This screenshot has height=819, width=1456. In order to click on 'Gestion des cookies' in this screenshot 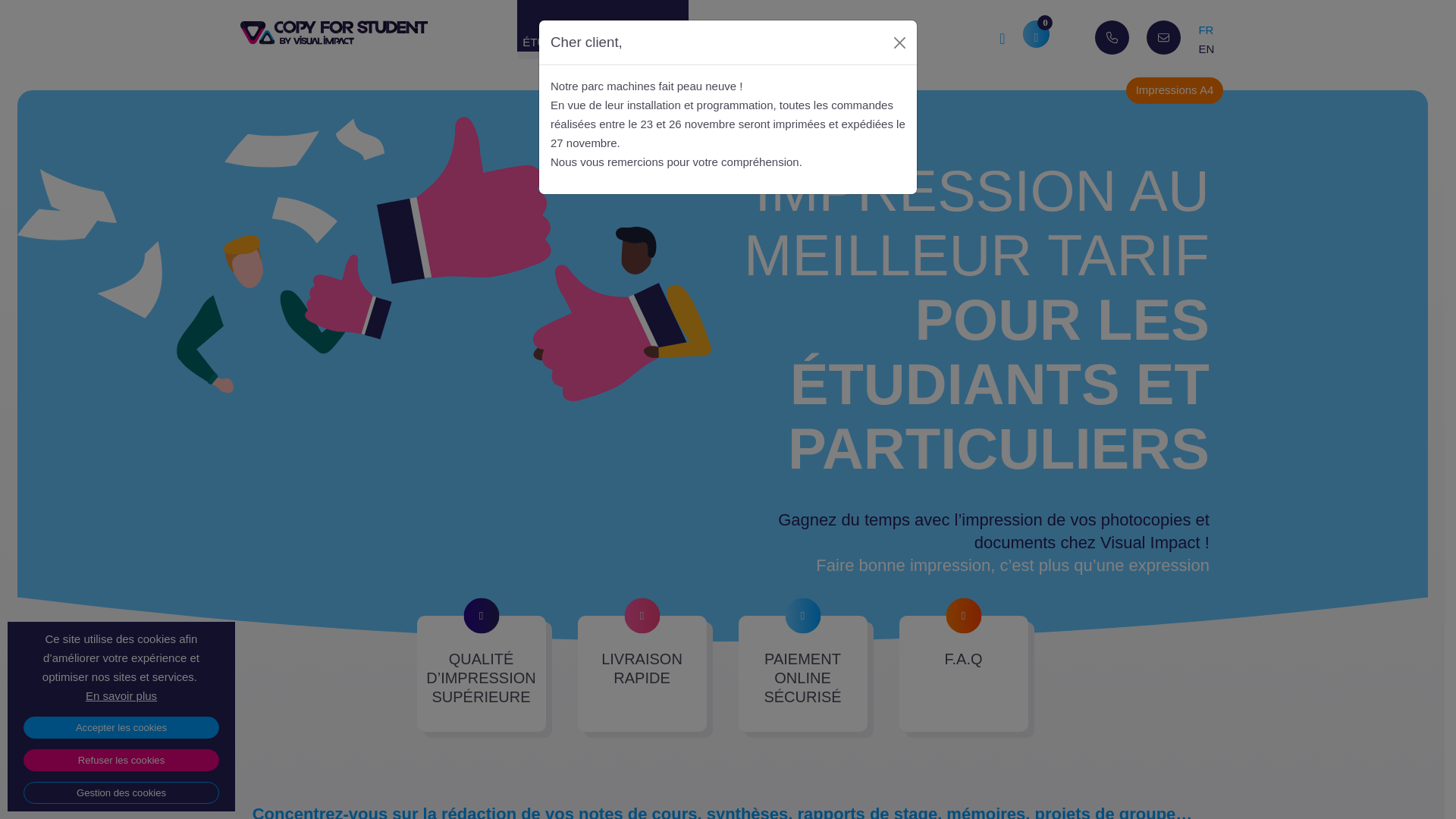, I will do `click(120, 792)`.